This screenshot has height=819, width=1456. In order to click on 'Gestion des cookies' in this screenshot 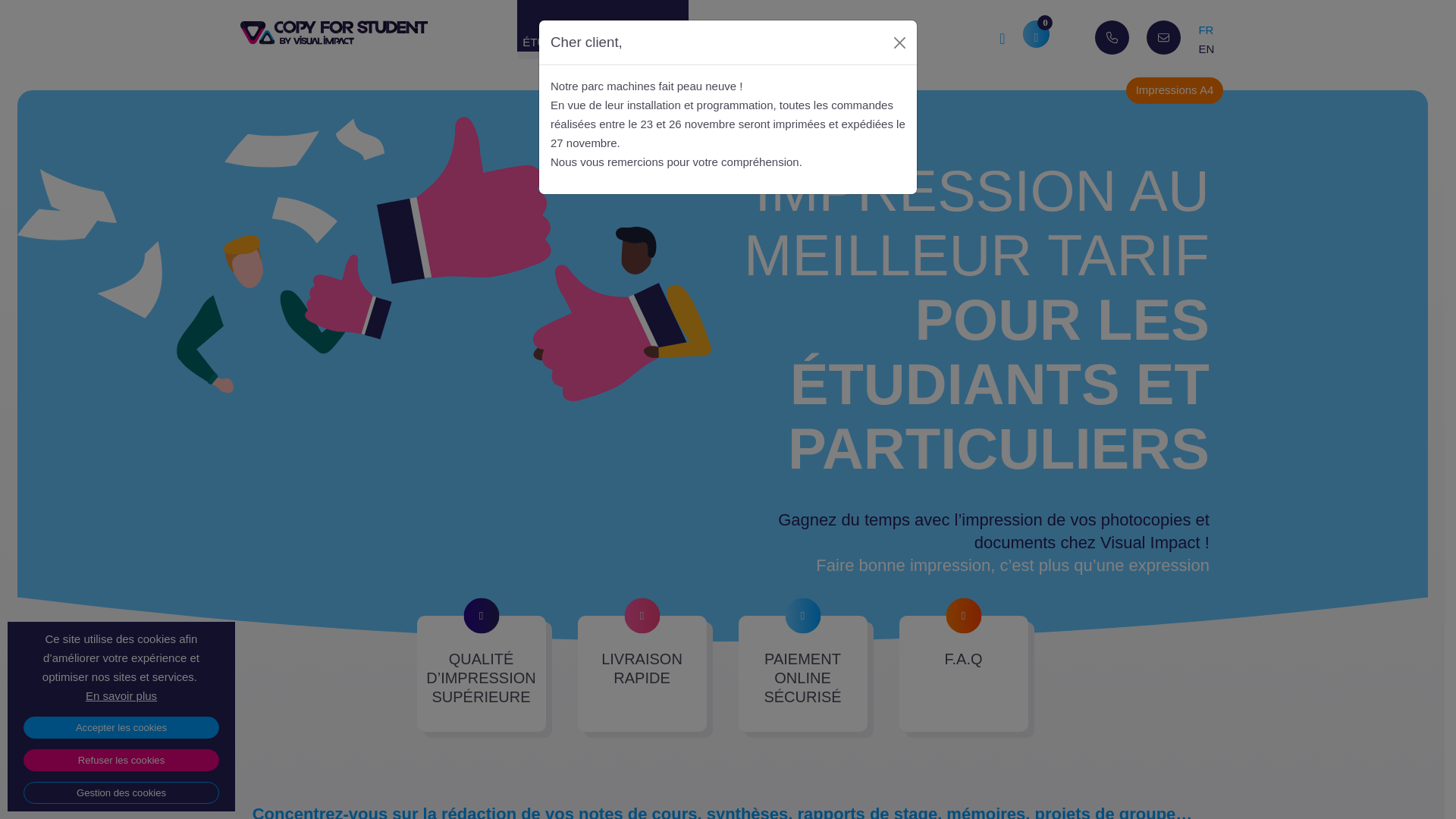, I will do `click(120, 792)`.